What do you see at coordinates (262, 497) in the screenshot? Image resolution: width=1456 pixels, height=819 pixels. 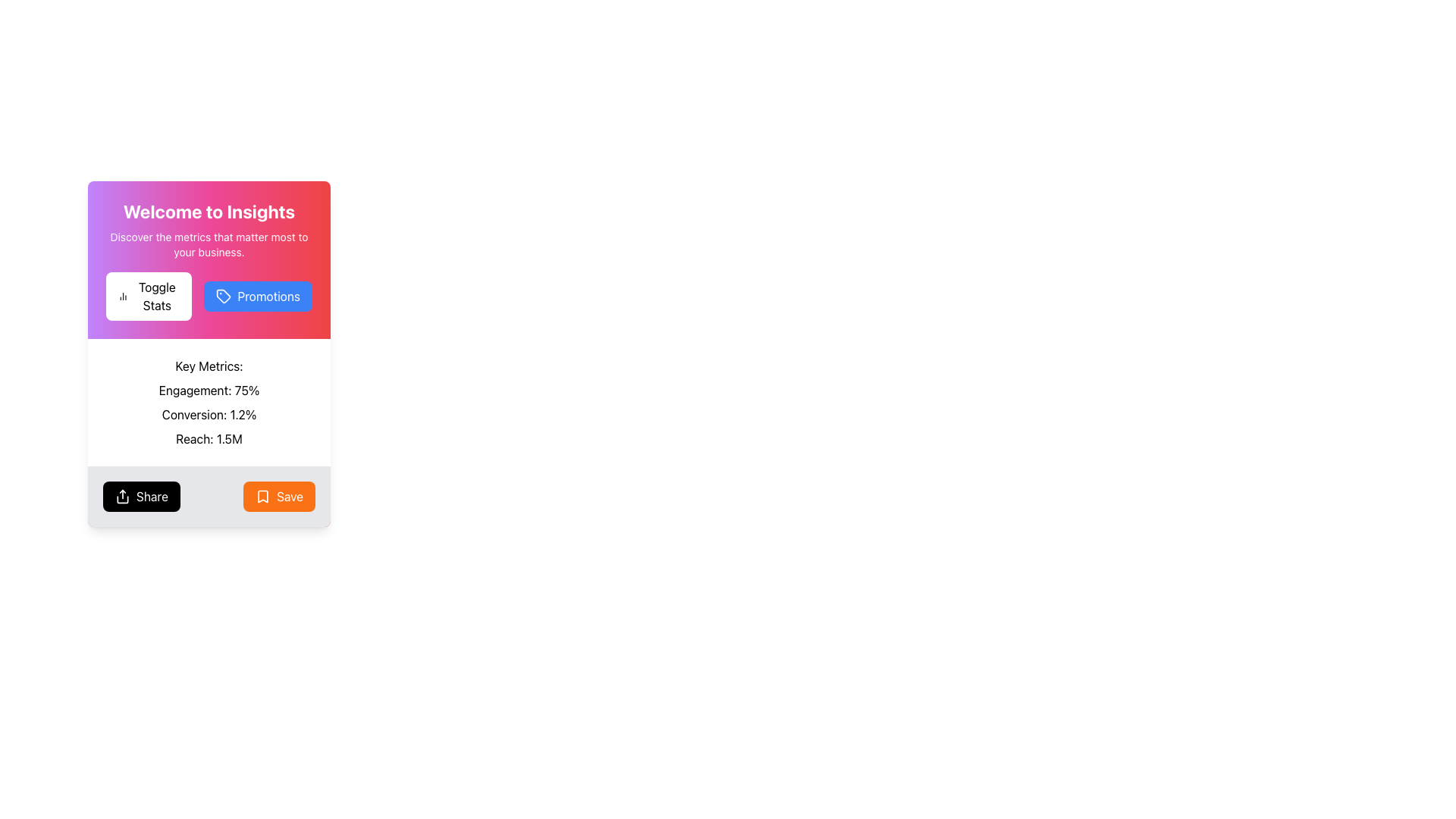 I see `the bookmark icon located within the 'Save' button at the bottom-right corner of the card interface` at bounding box center [262, 497].